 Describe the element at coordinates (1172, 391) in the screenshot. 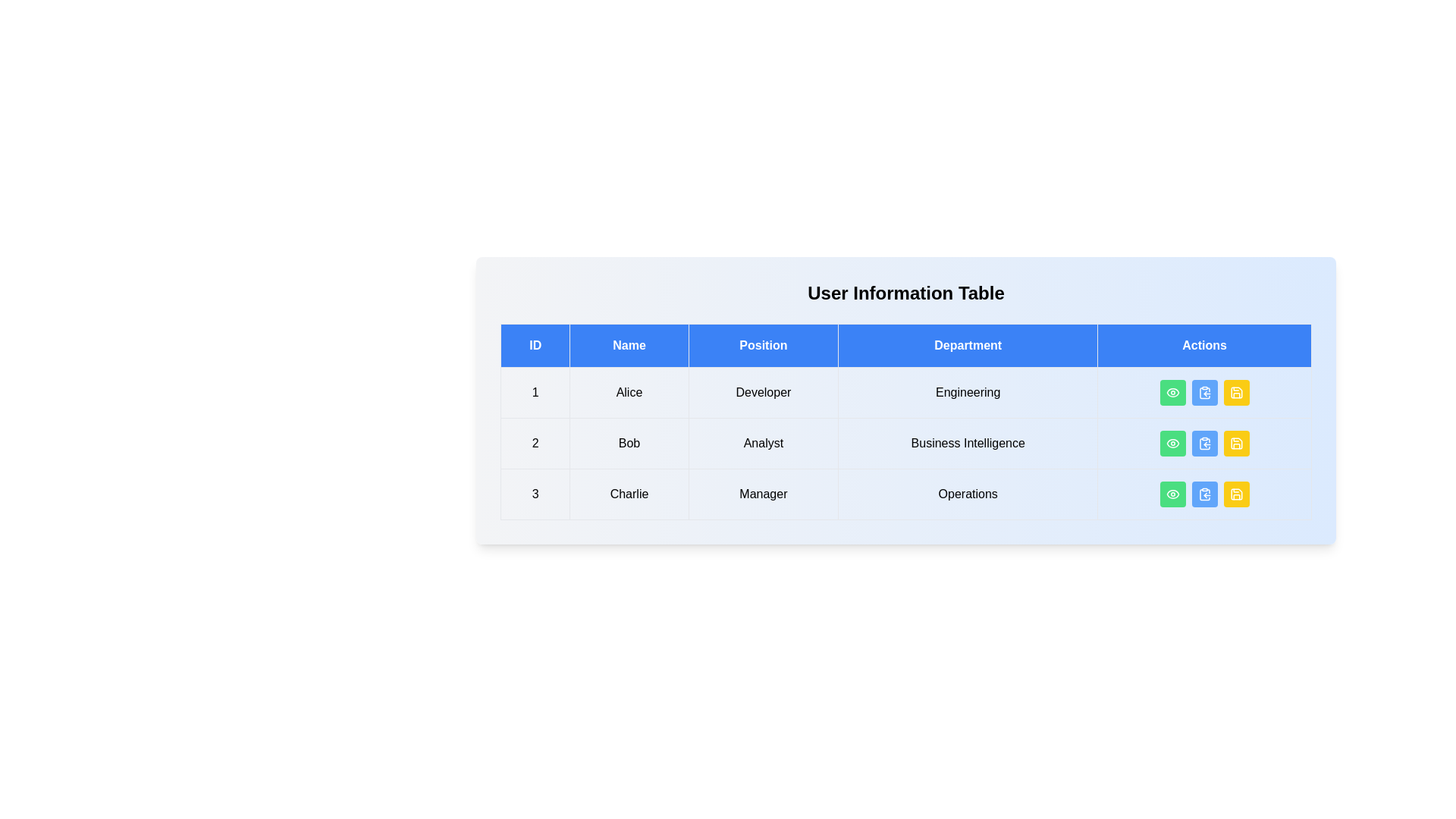

I see `the 'Eye' button in the 'Actions' column of the row corresponding to 1` at that location.